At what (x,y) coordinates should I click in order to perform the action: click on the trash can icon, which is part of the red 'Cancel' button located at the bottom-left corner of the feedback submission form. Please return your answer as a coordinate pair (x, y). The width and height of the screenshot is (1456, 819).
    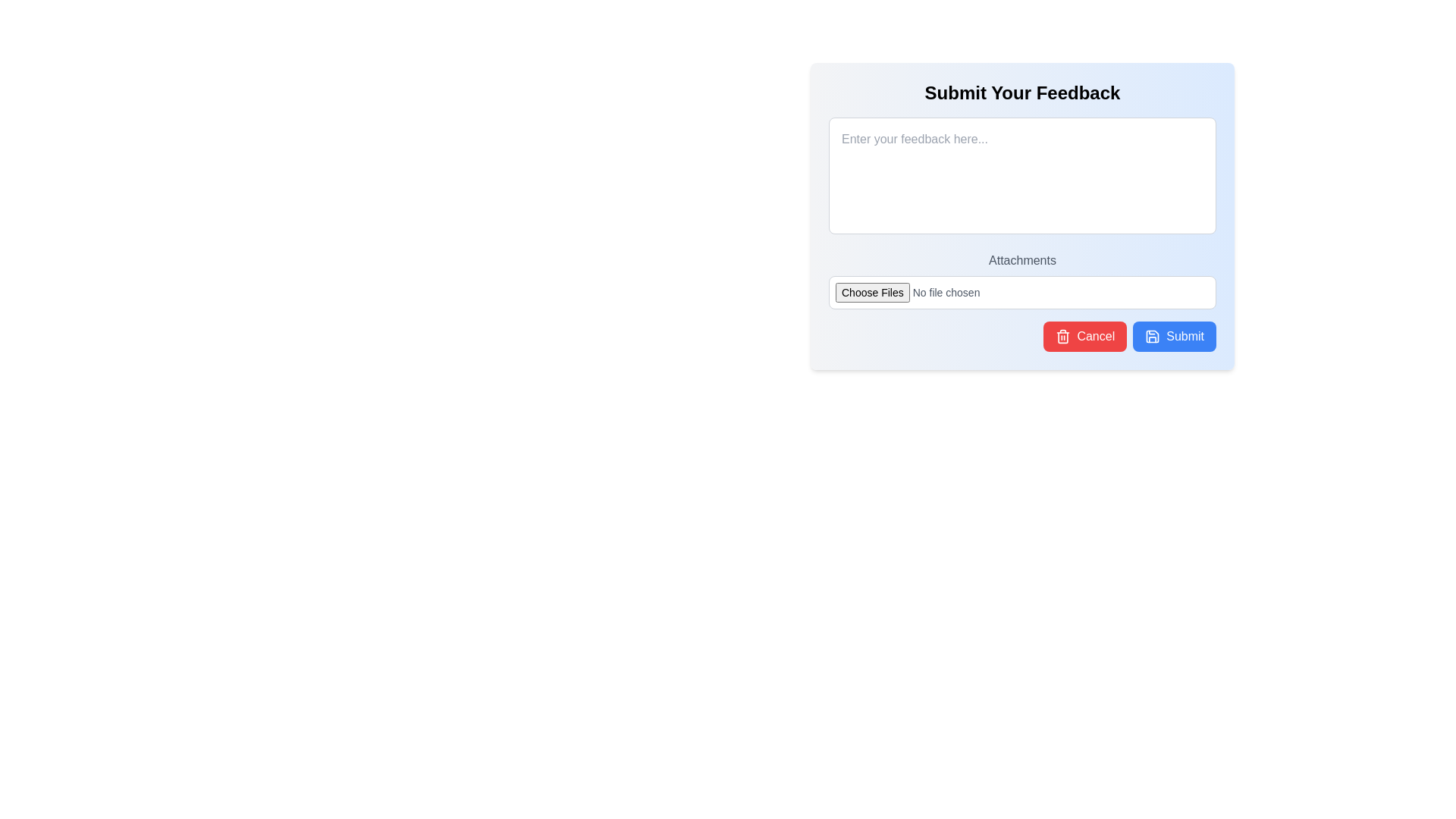
    Looking at the image, I should click on (1062, 335).